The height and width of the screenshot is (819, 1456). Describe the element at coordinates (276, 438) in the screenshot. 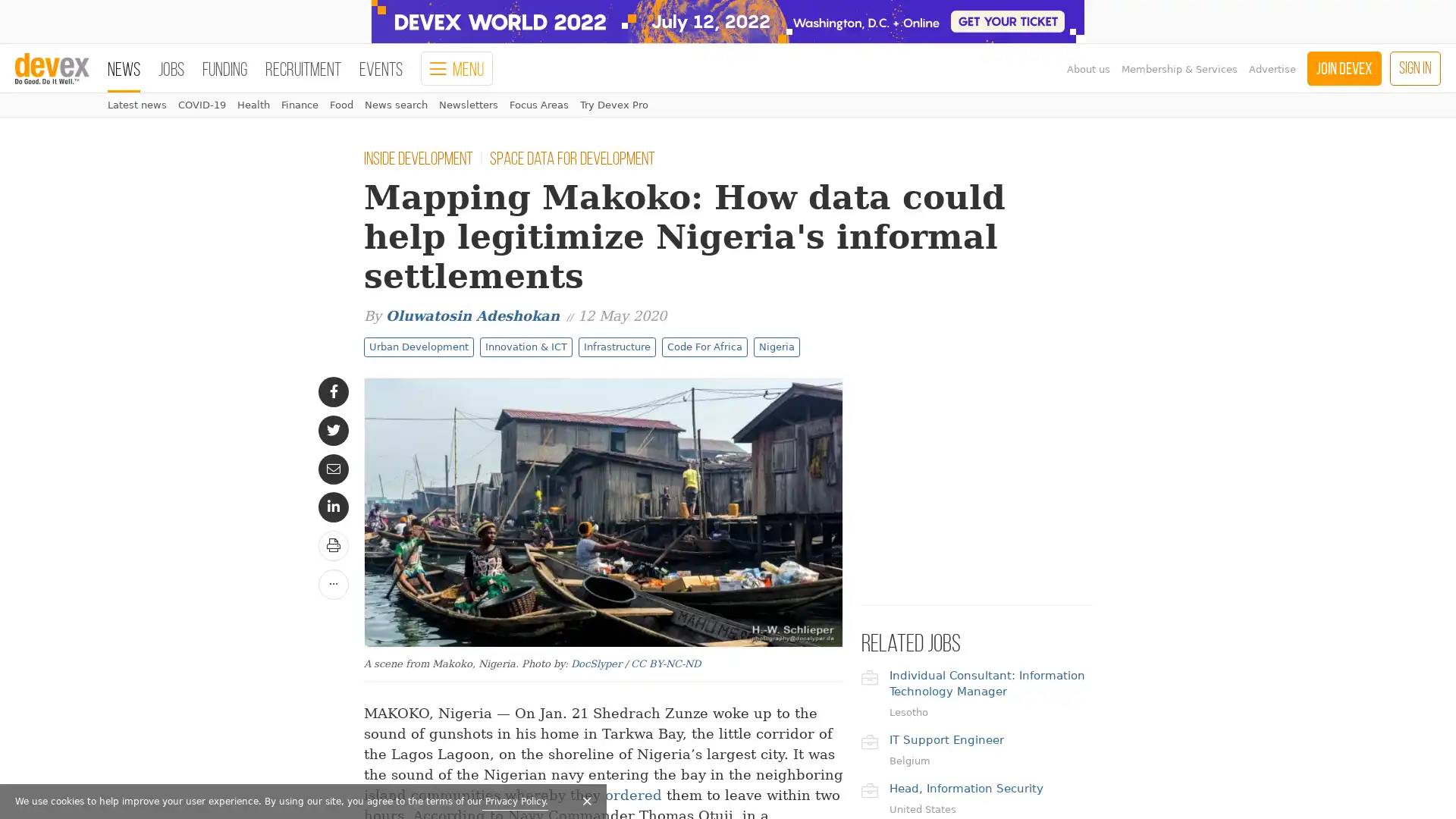

I see `Close` at that location.